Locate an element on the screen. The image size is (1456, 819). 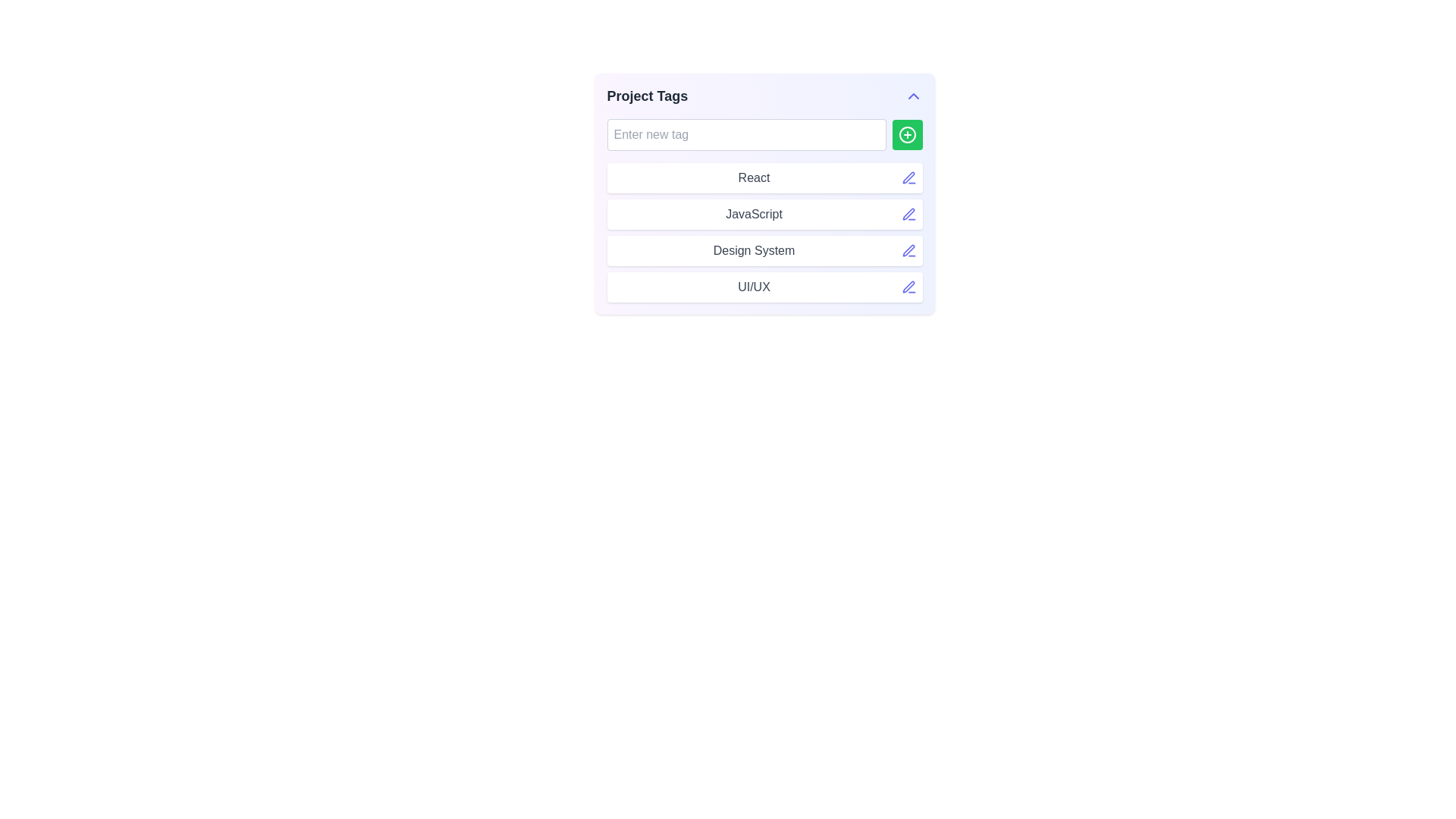
the action button located to the right of the input field for adding a new project tag in the 'Project Tags' panel is located at coordinates (907, 133).